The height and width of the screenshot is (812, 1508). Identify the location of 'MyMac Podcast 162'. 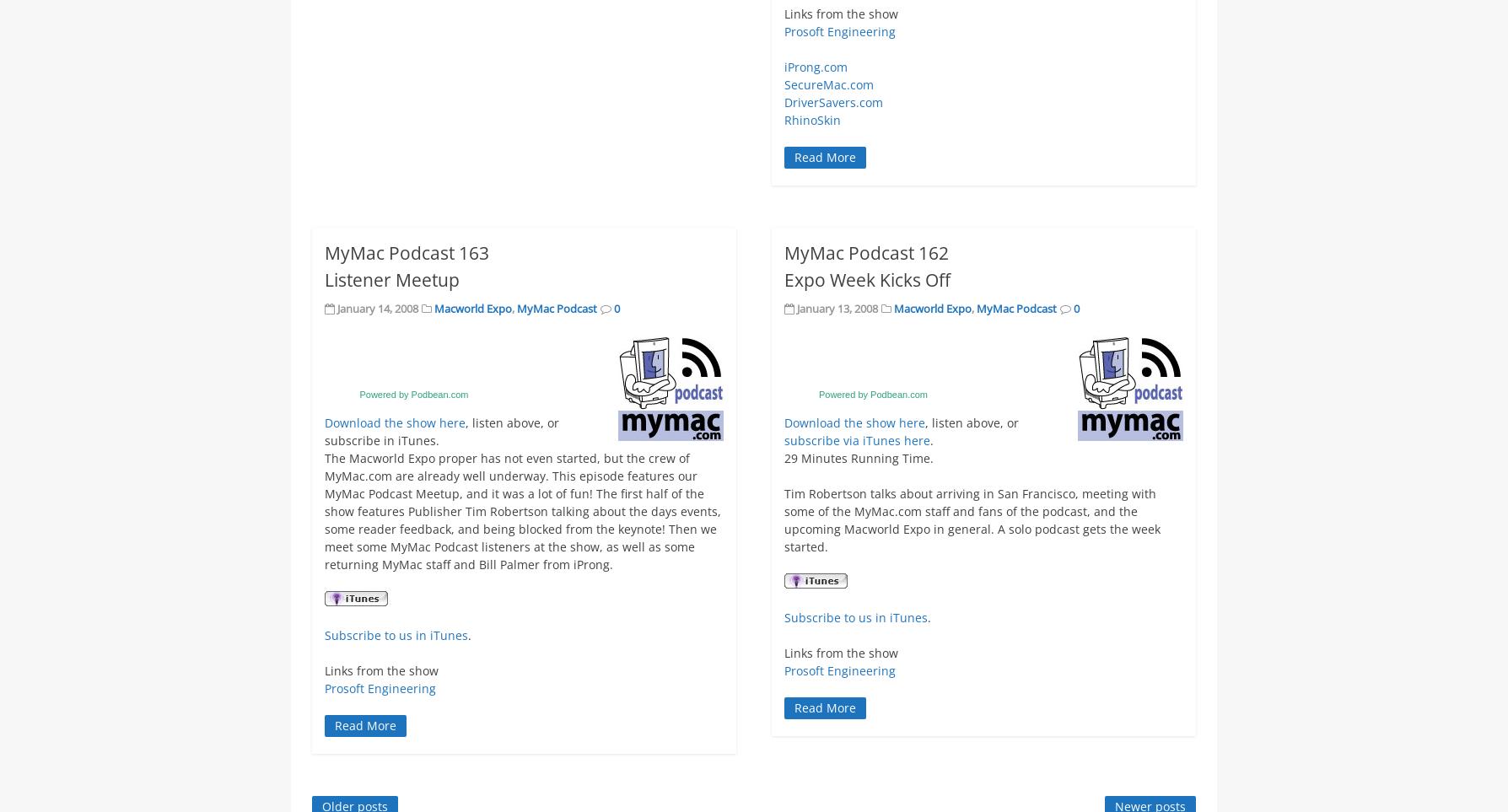
(784, 251).